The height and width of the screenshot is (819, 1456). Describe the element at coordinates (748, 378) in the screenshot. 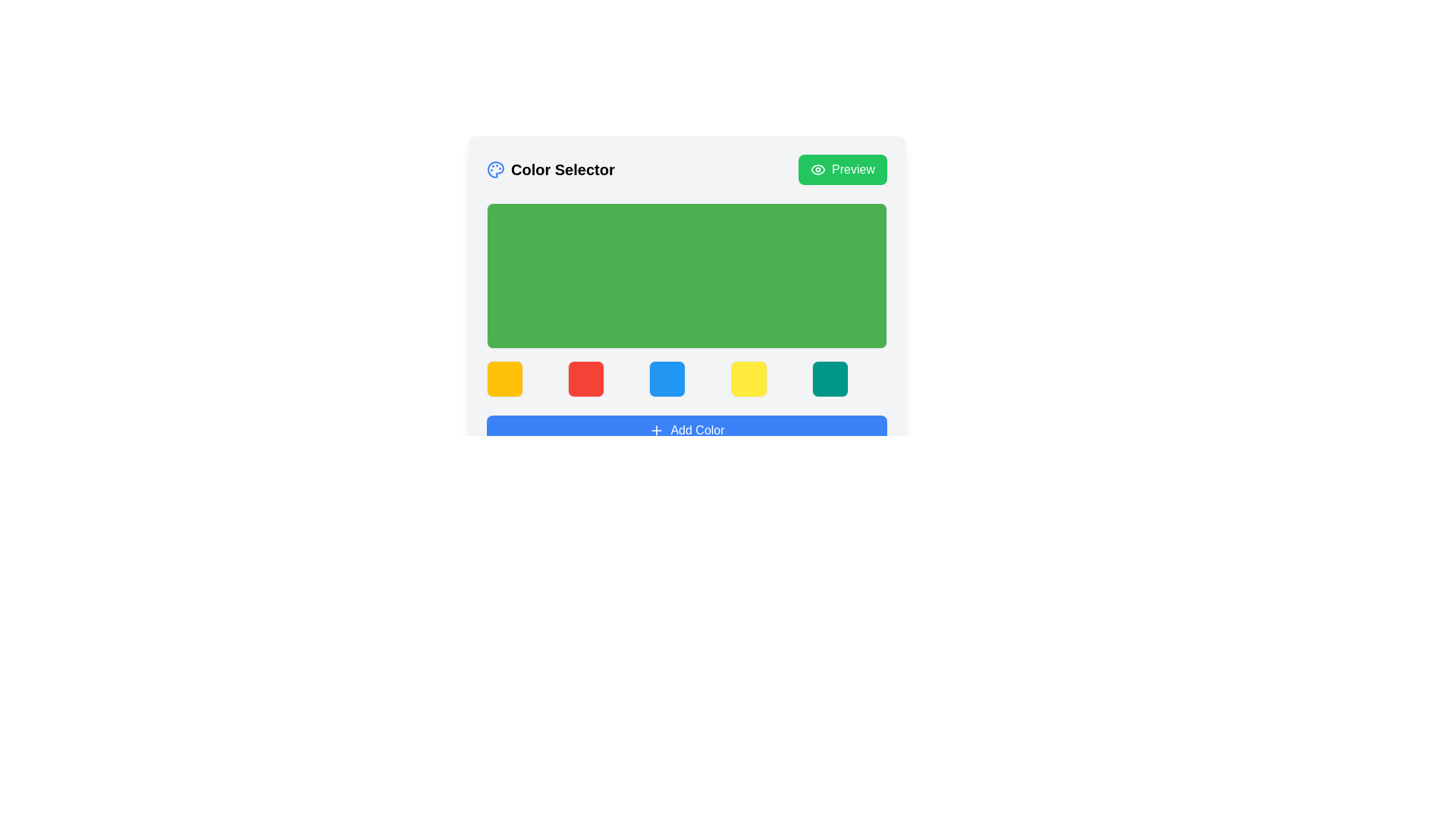

I see `the fourth button in a horizontal grid of five buttons, which serves as a color selector for bright yellow, positioned centrally under a green rectangle and above an 'Add Color' button` at that location.